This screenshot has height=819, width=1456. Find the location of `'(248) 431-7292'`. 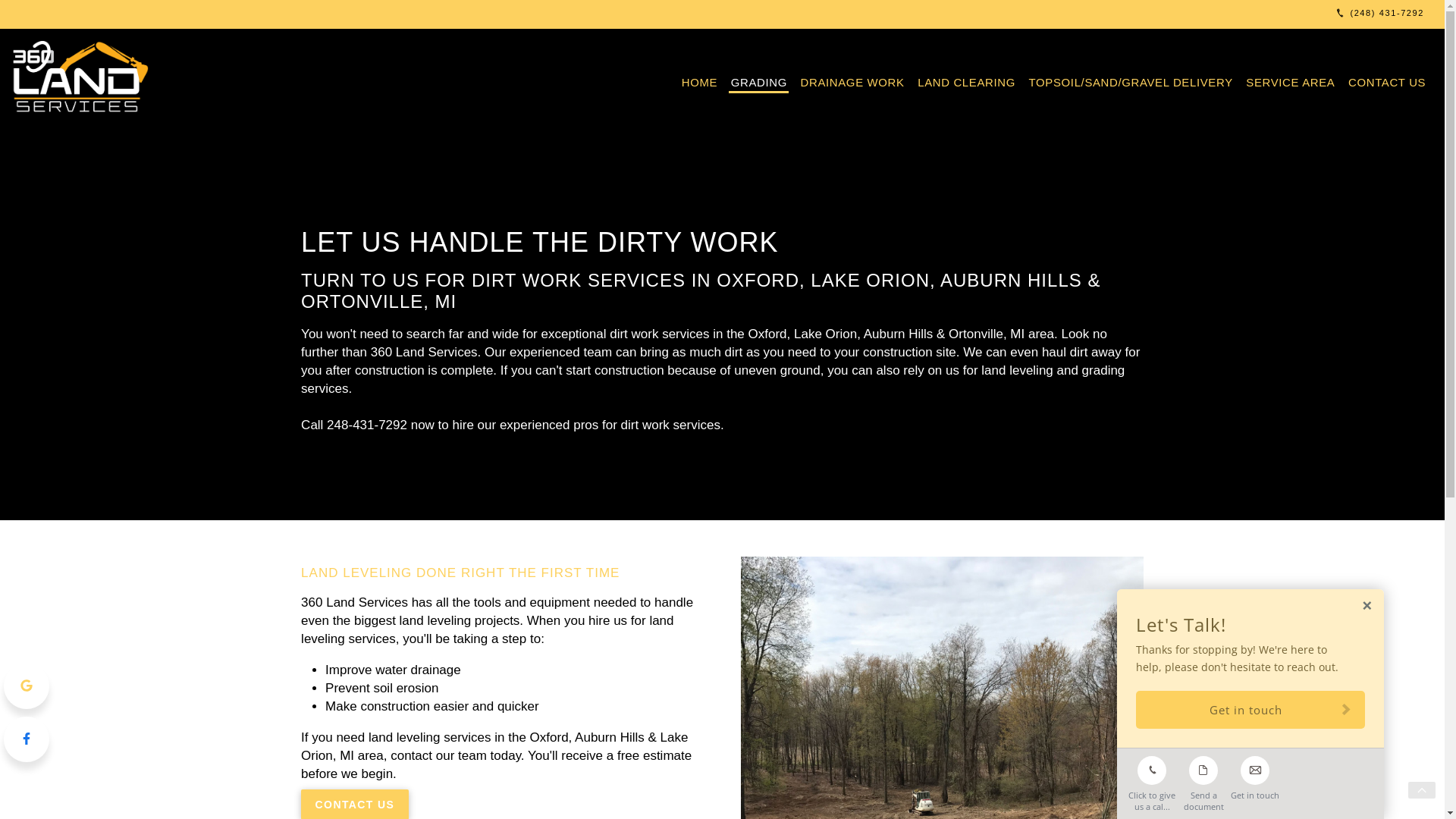

'(248) 431-7292' is located at coordinates (1325, 14).